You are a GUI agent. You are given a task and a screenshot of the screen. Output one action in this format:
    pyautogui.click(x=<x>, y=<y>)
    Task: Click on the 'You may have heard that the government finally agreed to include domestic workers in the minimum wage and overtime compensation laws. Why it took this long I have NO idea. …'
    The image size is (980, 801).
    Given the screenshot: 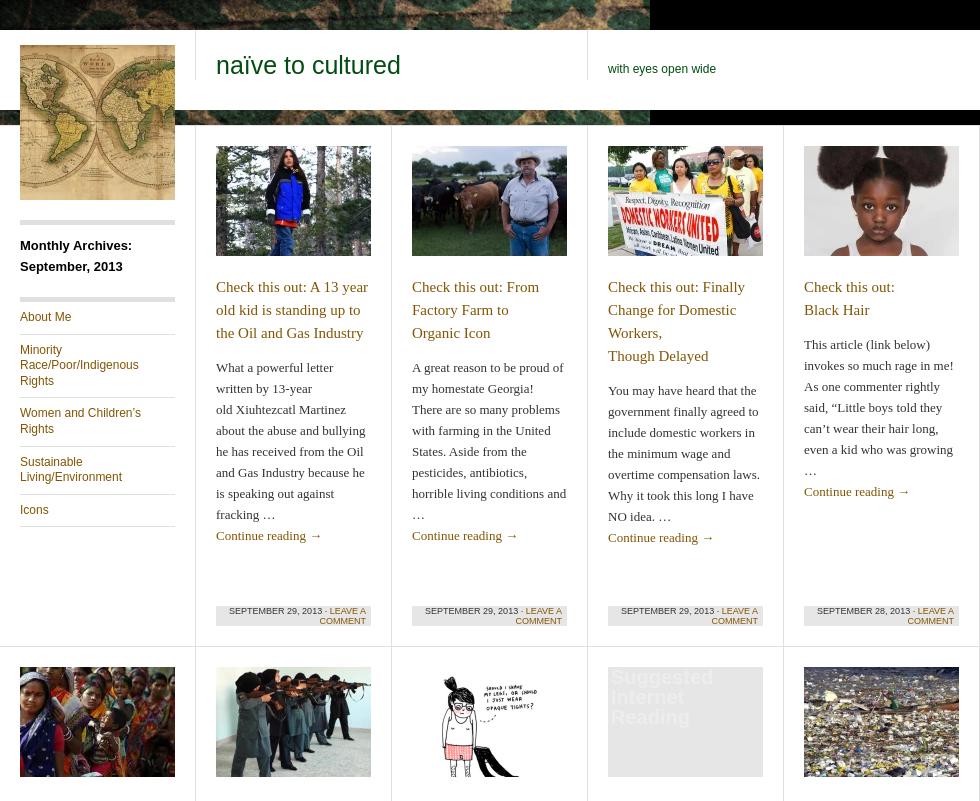 What is the action you would take?
    pyautogui.click(x=684, y=453)
    